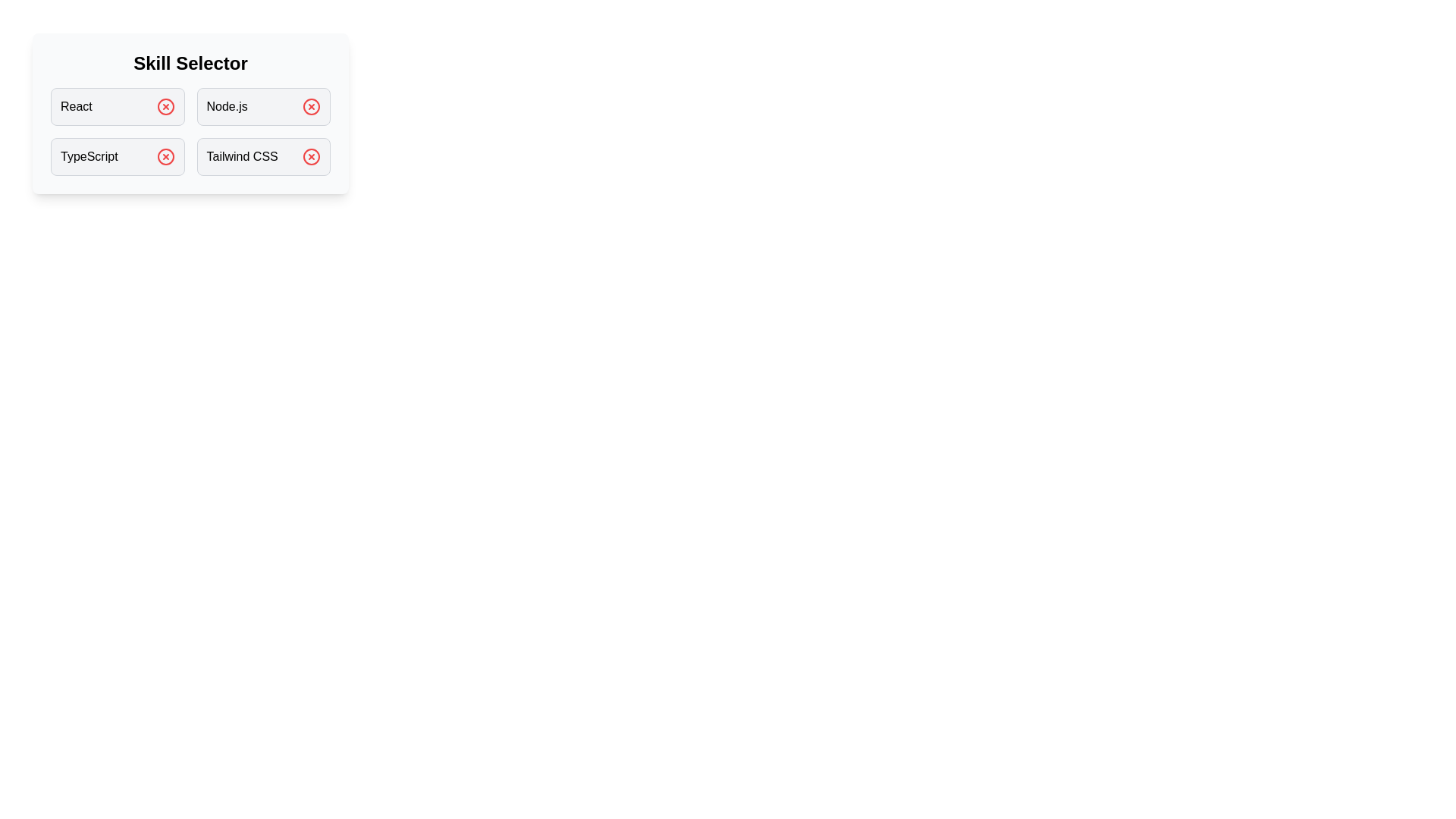 The height and width of the screenshot is (819, 1456). What do you see at coordinates (263, 106) in the screenshot?
I see `the skill Node.js by clicking on its box` at bounding box center [263, 106].